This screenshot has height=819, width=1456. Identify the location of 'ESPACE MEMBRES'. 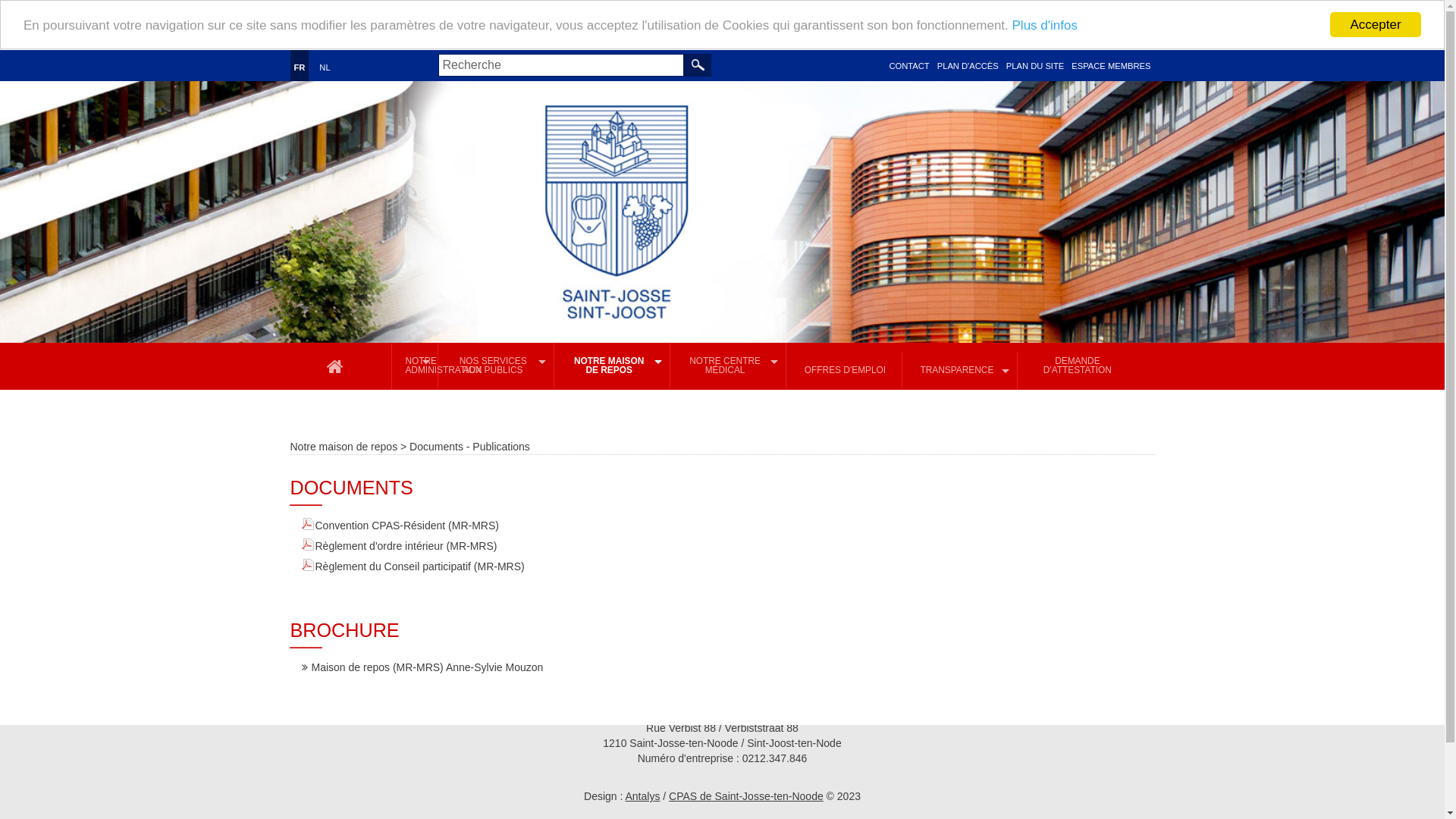
(1110, 65).